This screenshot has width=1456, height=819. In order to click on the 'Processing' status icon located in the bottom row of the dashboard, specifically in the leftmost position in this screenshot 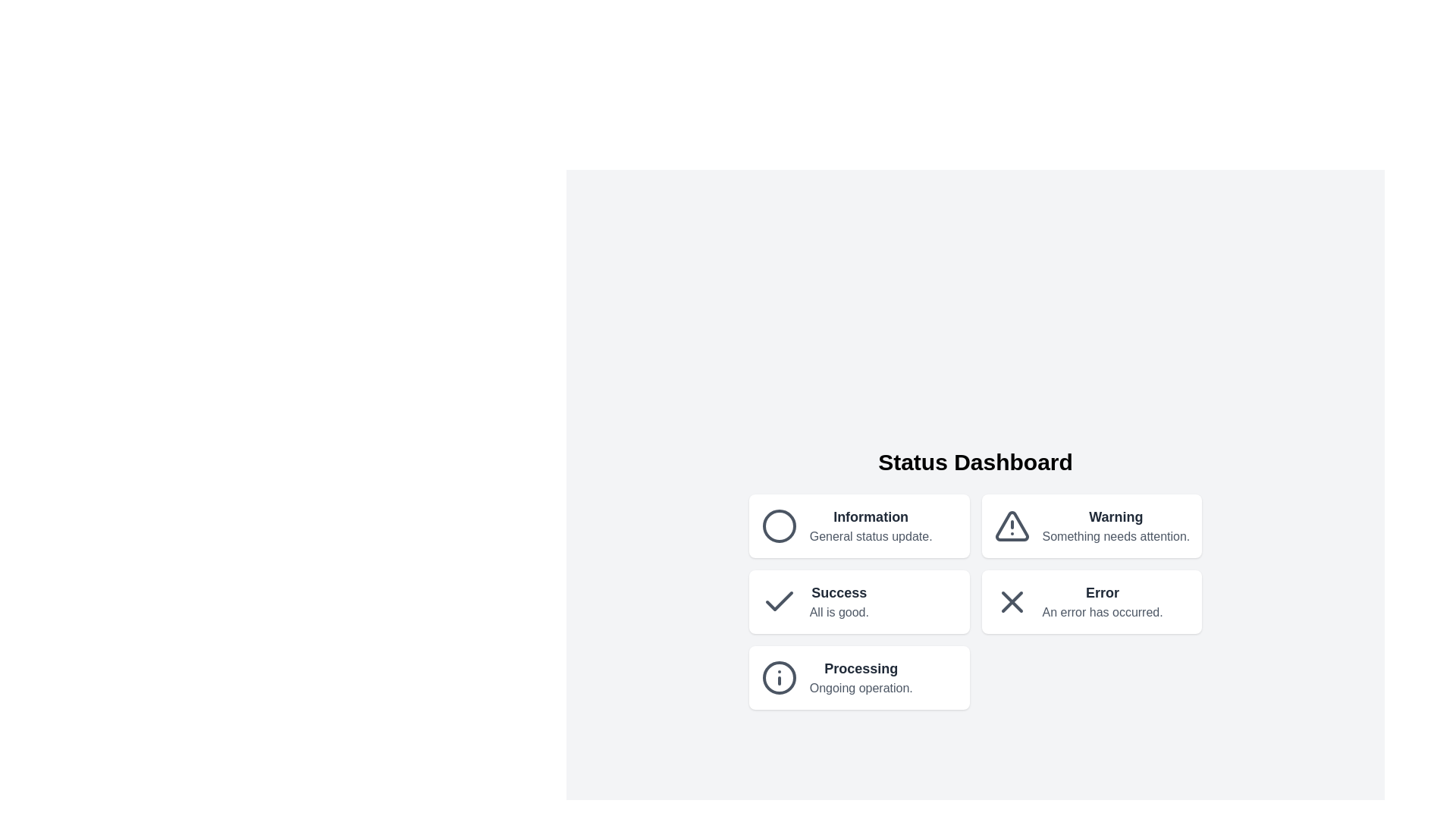, I will do `click(779, 677)`.